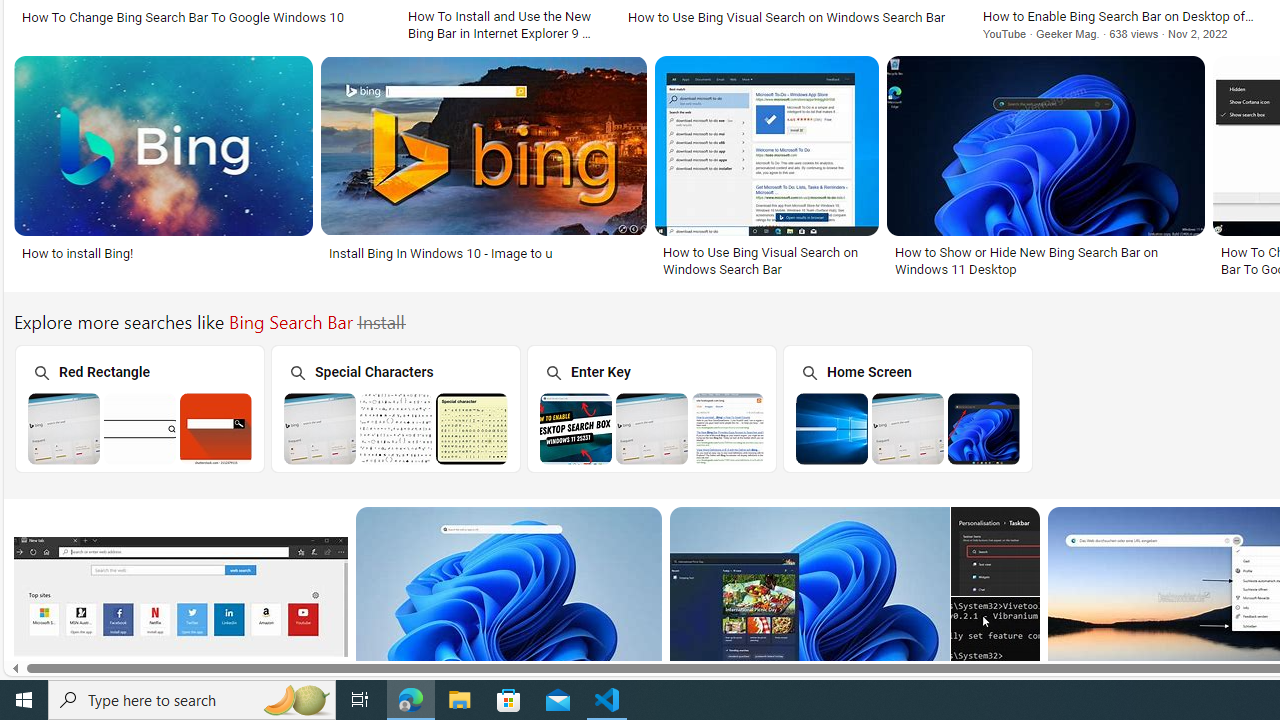 Image resolution: width=1280 pixels, height=720 pixels. I want to click on 'Bing Search Bar On Home Screen', so click(907, 427).